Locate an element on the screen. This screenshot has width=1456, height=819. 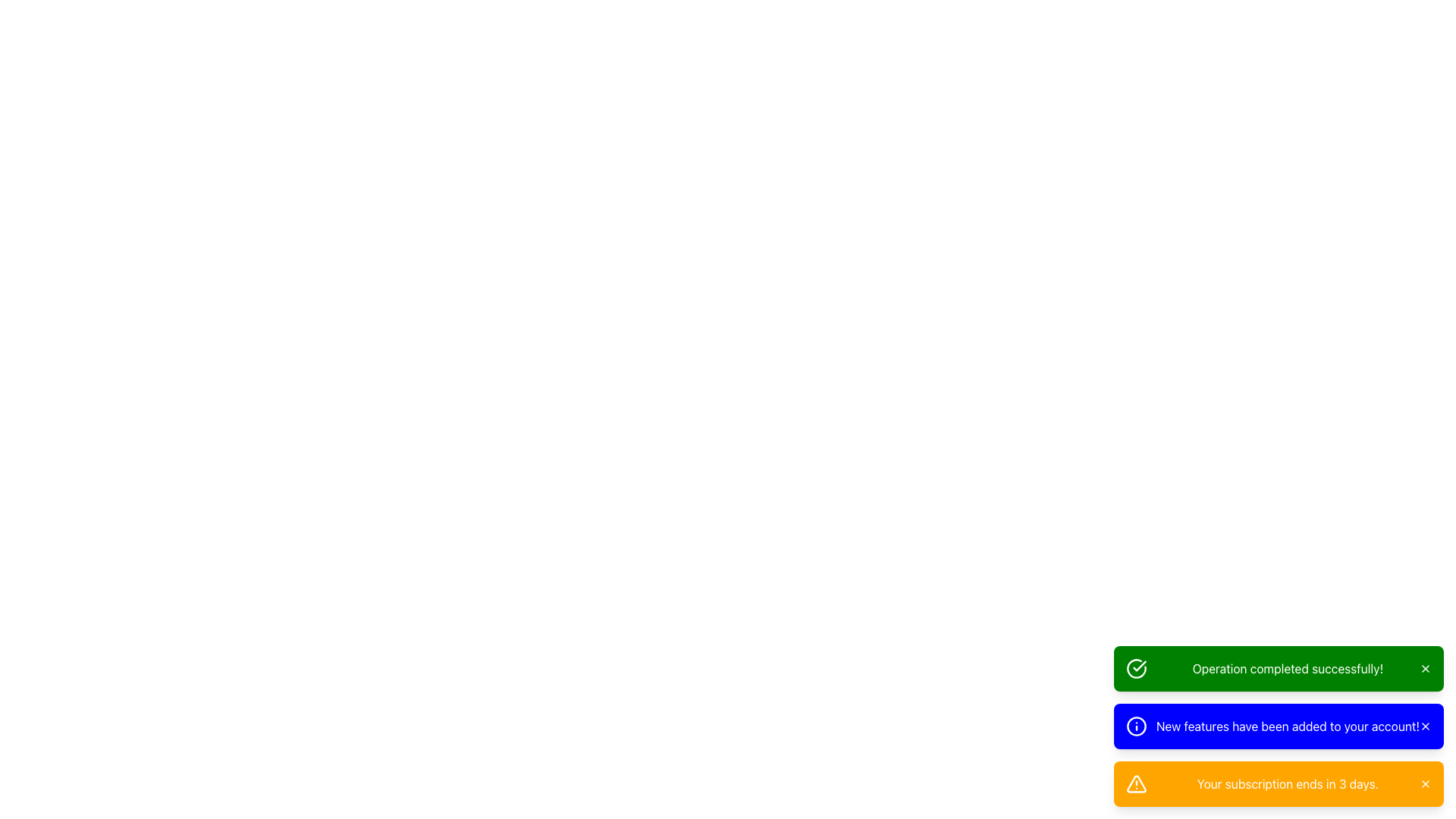
the triangular warning icon with an exclamation symbol in the center, located in the left part of the orange notification bar that states 'Your subscription ends in 3 days.' is located at coordinates (1136, 783).